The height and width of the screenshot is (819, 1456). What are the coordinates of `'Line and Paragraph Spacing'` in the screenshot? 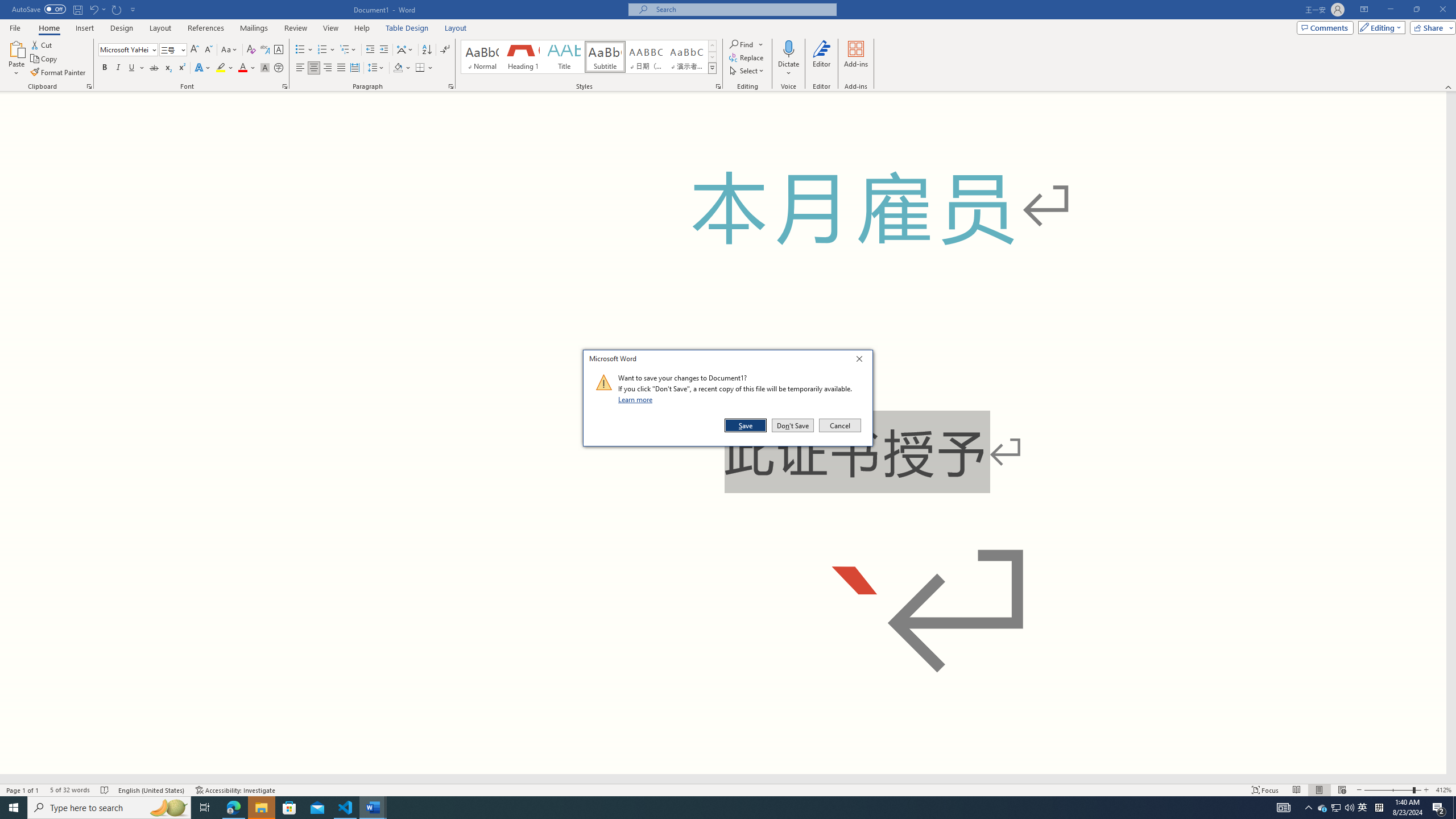 It's located at (377, 67).